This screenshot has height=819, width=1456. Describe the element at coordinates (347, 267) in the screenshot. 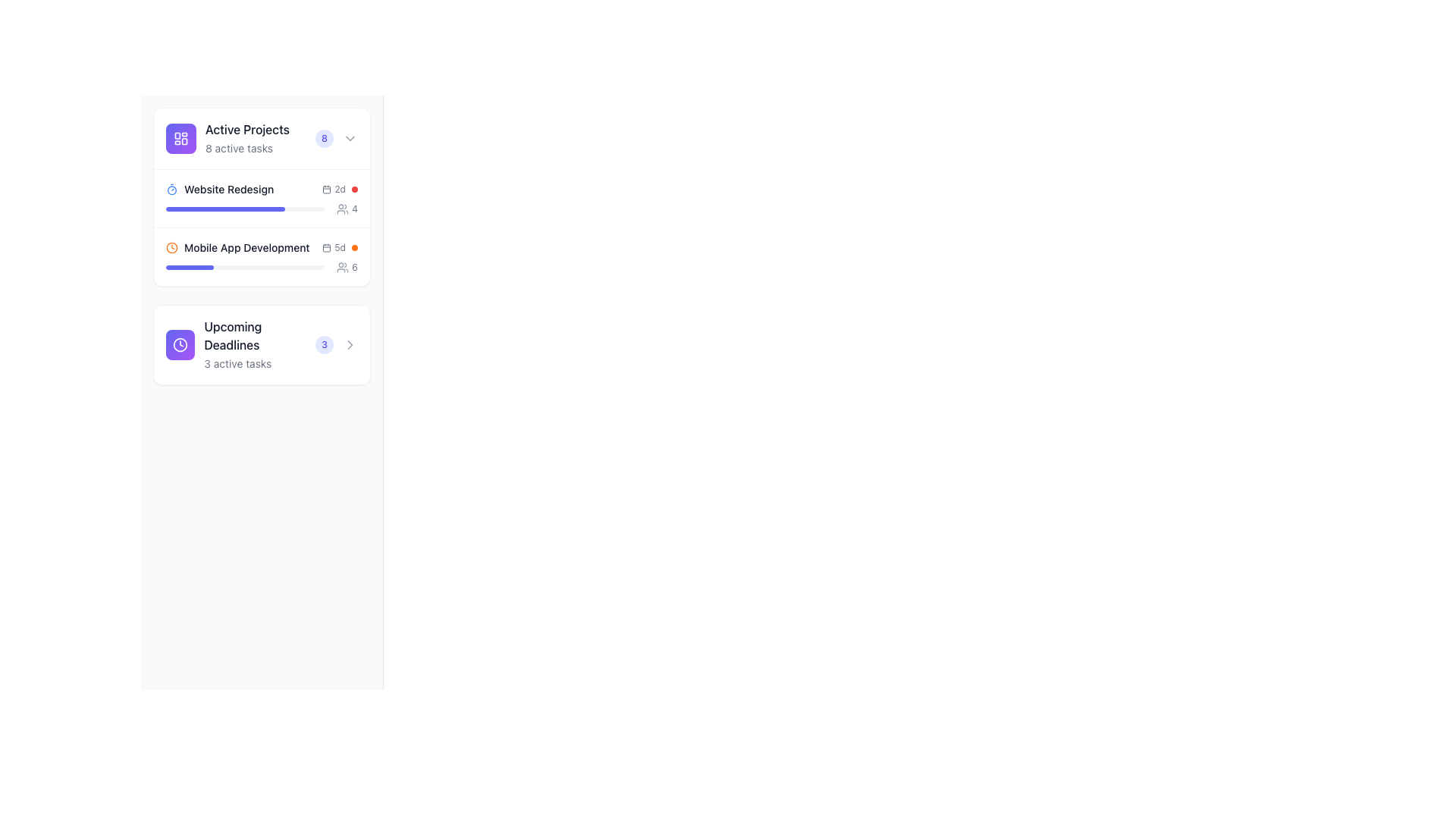

I see `the user count indicator icon with the numeral '6' located on the right side of the 'Mobile App Development' row in the 'Active Projects' section` at that location.